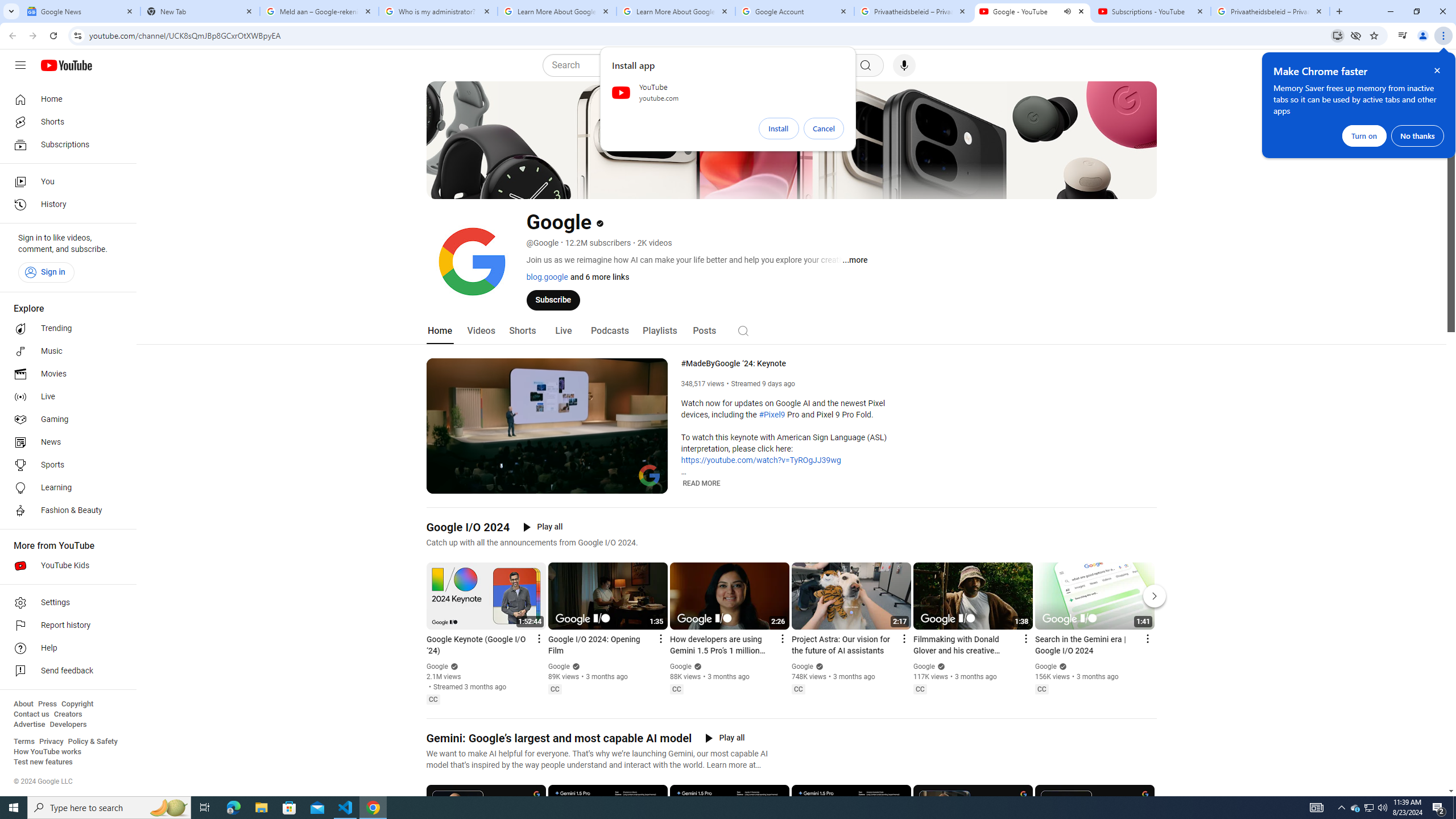 The width and height of the screenshot is (1456, 819). Describe the element at coordinates (64, 329) in the screenshot. I see `'Trending'` at that location.